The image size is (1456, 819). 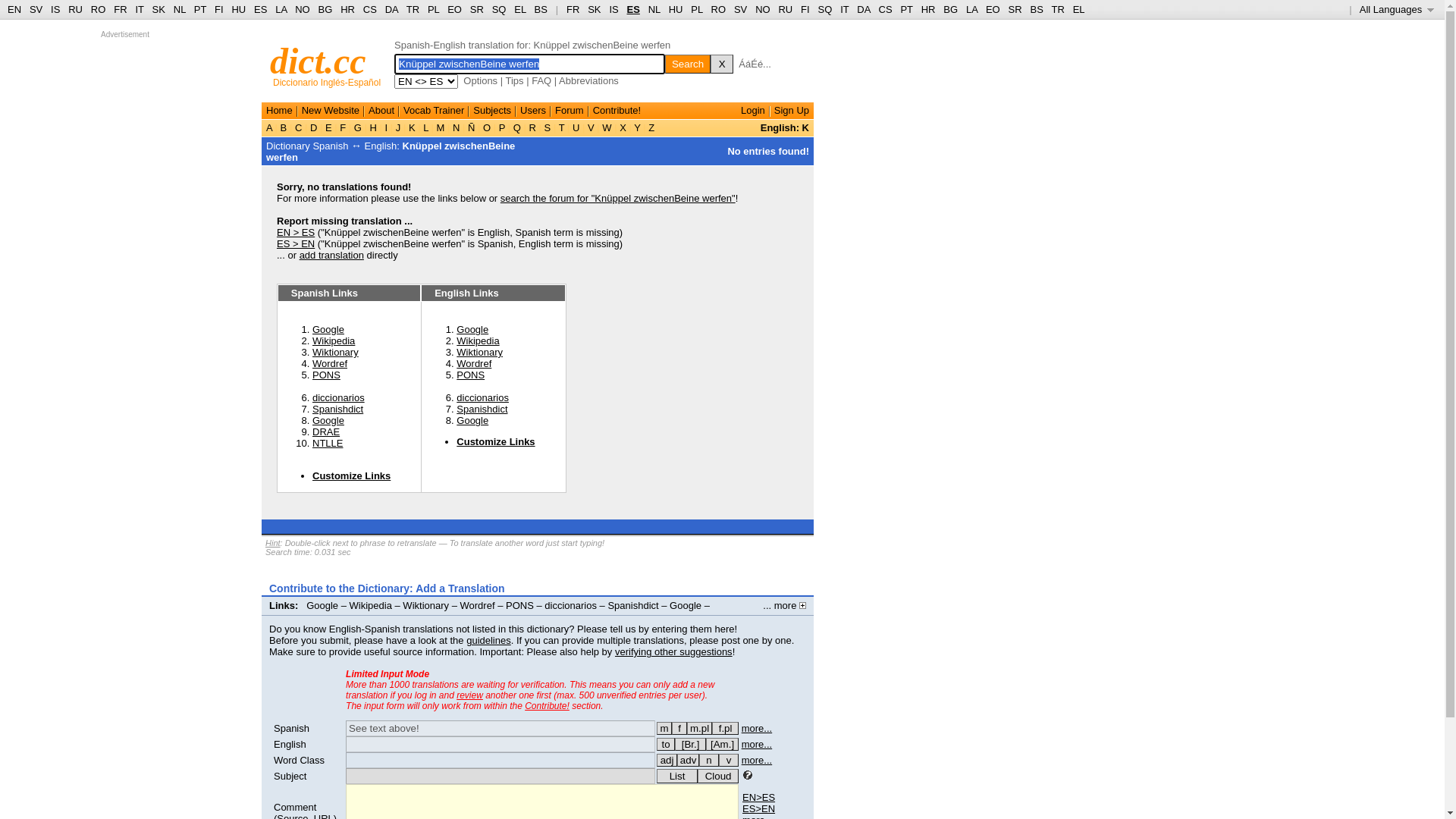 What do you see at coordinates (397, 127) in the screenshot?
I see `'J'` at bounding box center [397, 127].